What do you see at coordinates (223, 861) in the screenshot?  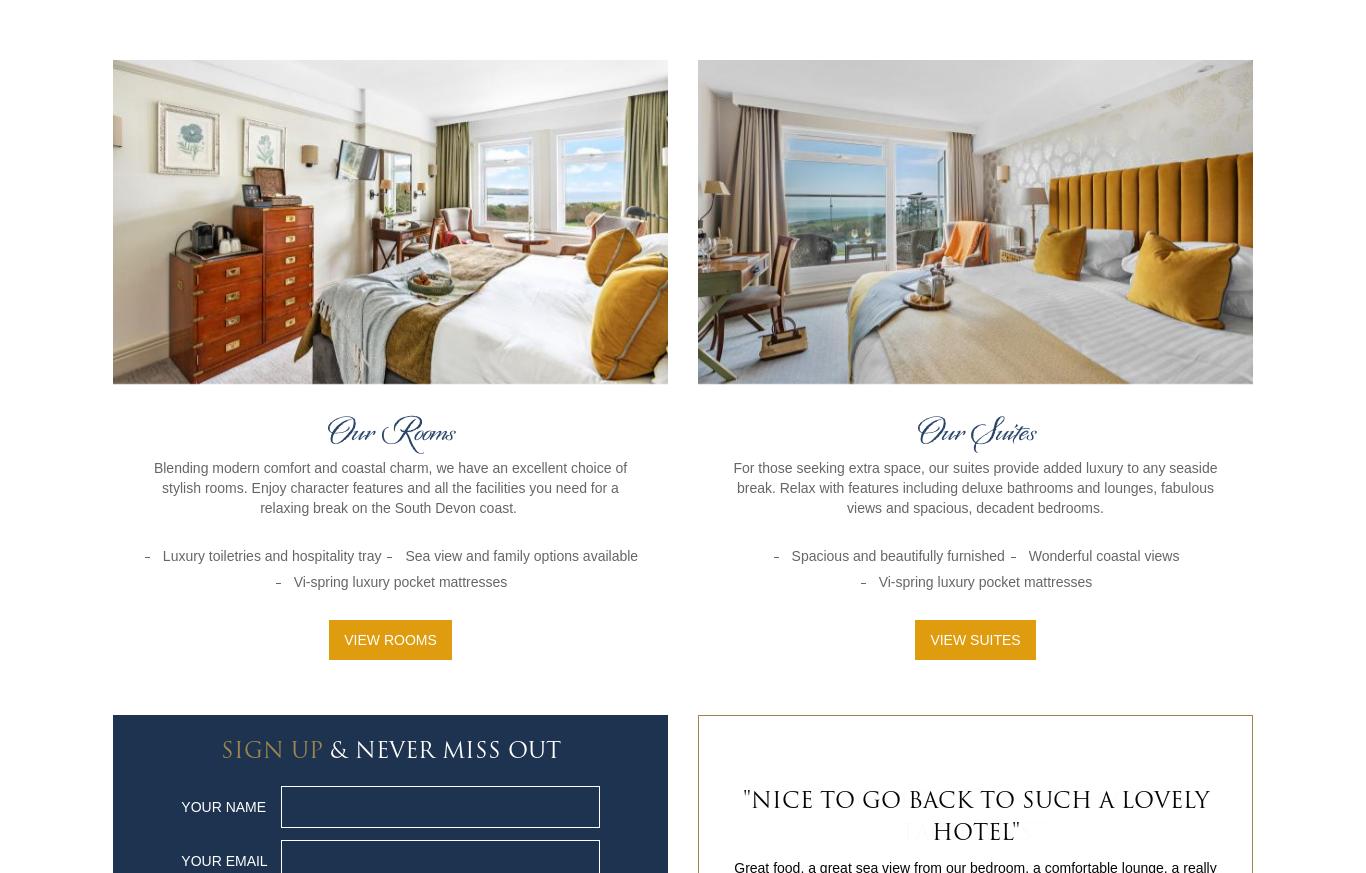 I see `'Your Email'` at bounding box center [223, 861].